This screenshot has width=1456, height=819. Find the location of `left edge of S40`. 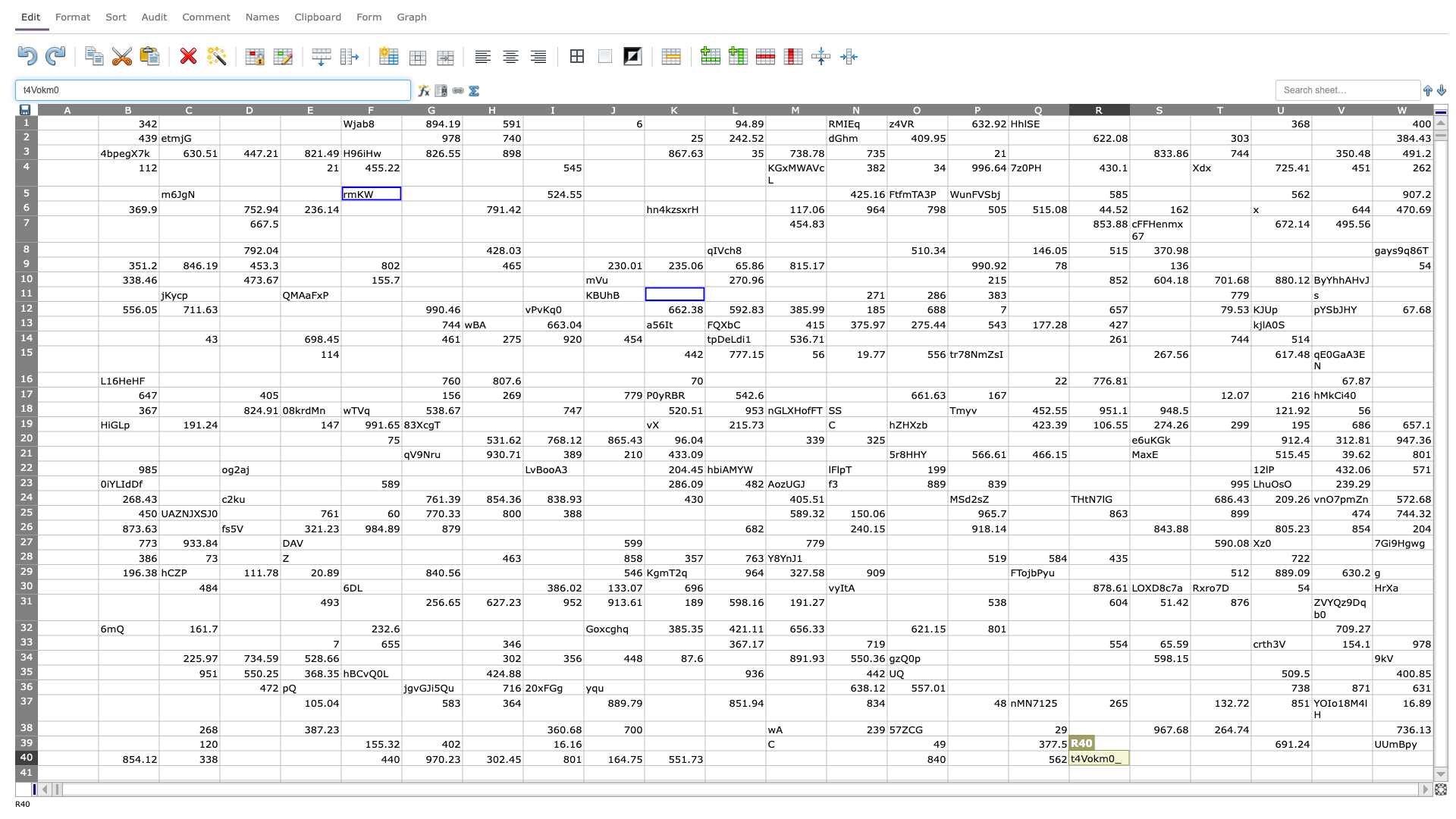

left edge of S40 is located at coordinates (1129, 758).